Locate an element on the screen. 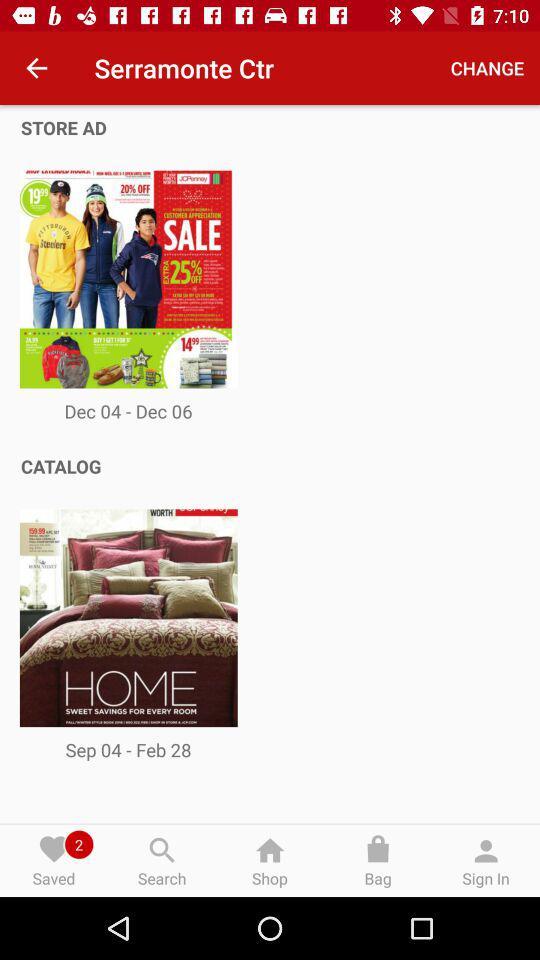  change is located at coordinates (486, 68).